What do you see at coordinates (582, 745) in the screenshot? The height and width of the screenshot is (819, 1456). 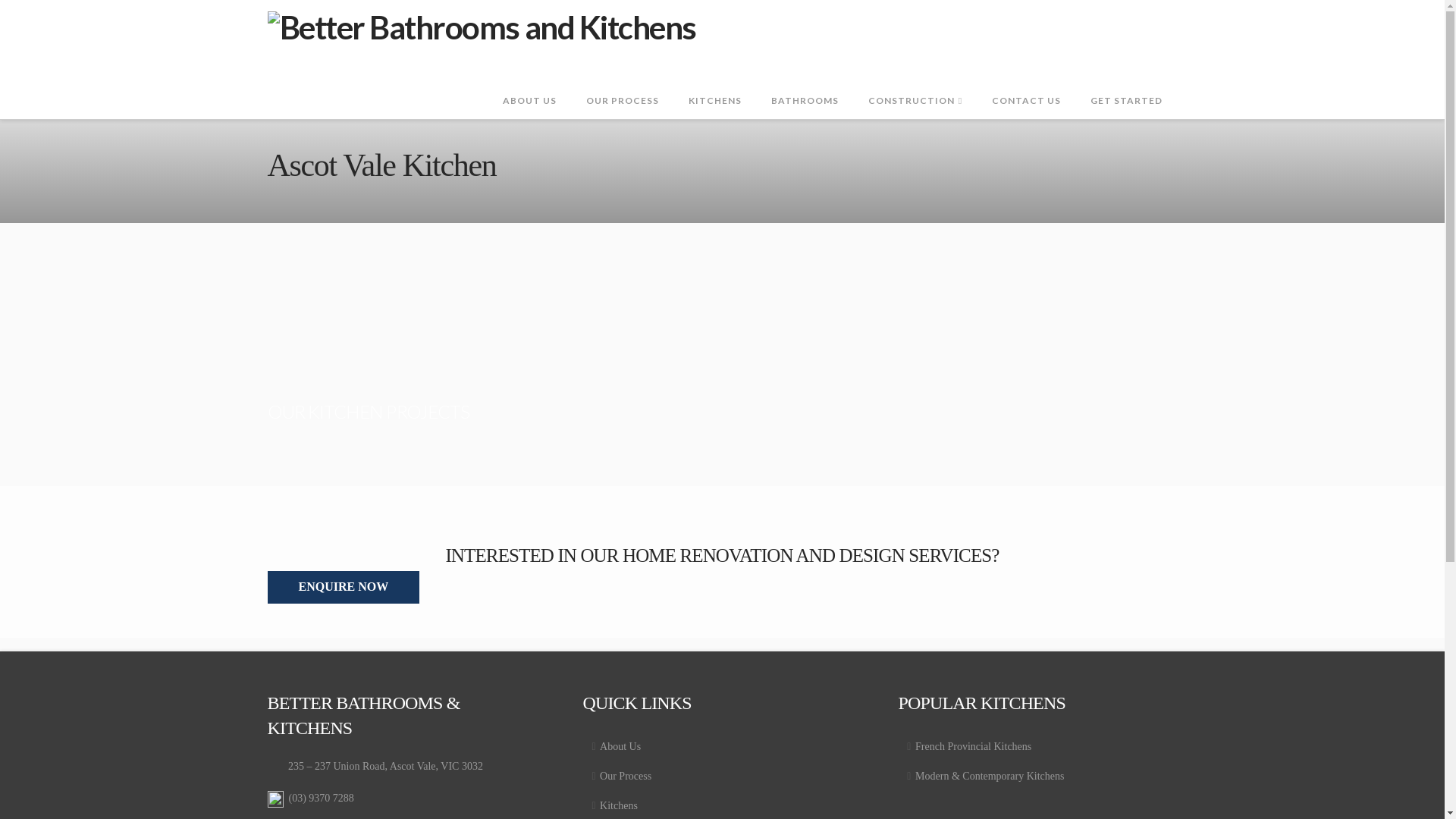 I see `'About Us'` at bounding box center [582, 745].